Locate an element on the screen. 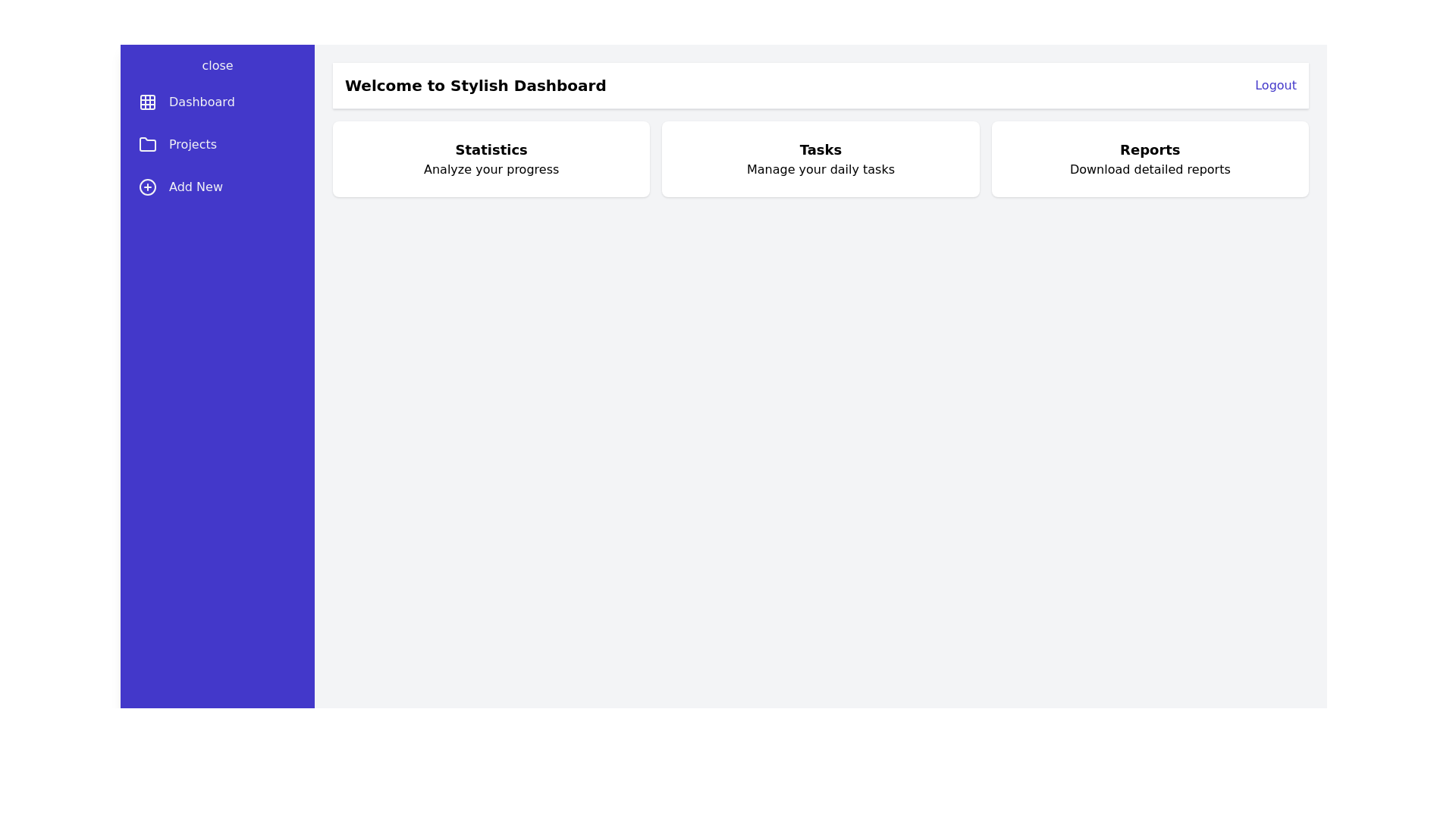 The height and width of the screenshot is (819, 1456). the Informational card located in the top-right corner of the content area, which provides an overview of 'Reports' and allows access to detailed information is located at coordinates (1150, 158).